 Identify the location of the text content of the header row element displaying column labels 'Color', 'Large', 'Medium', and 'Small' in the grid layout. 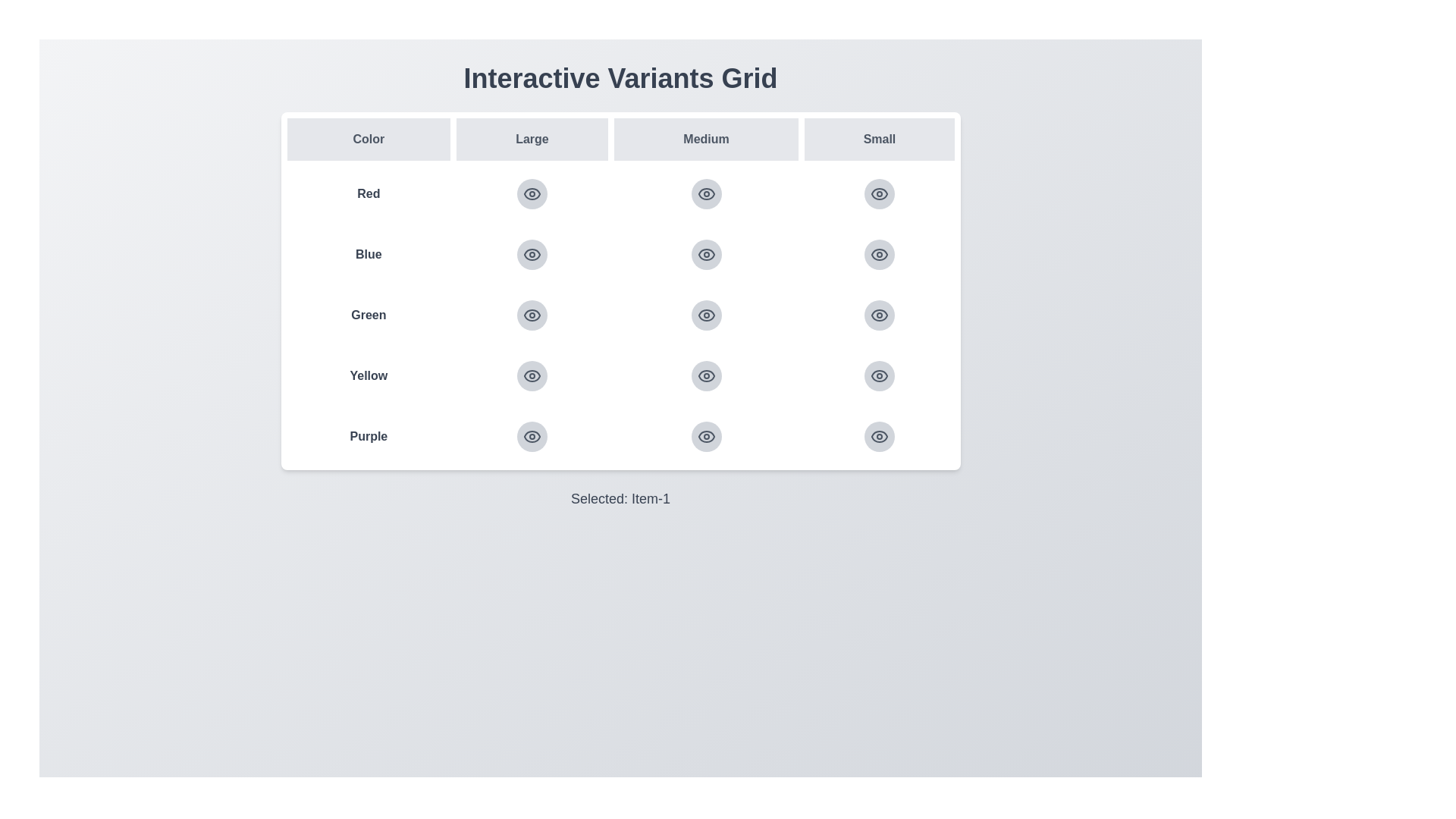
(620, 140).